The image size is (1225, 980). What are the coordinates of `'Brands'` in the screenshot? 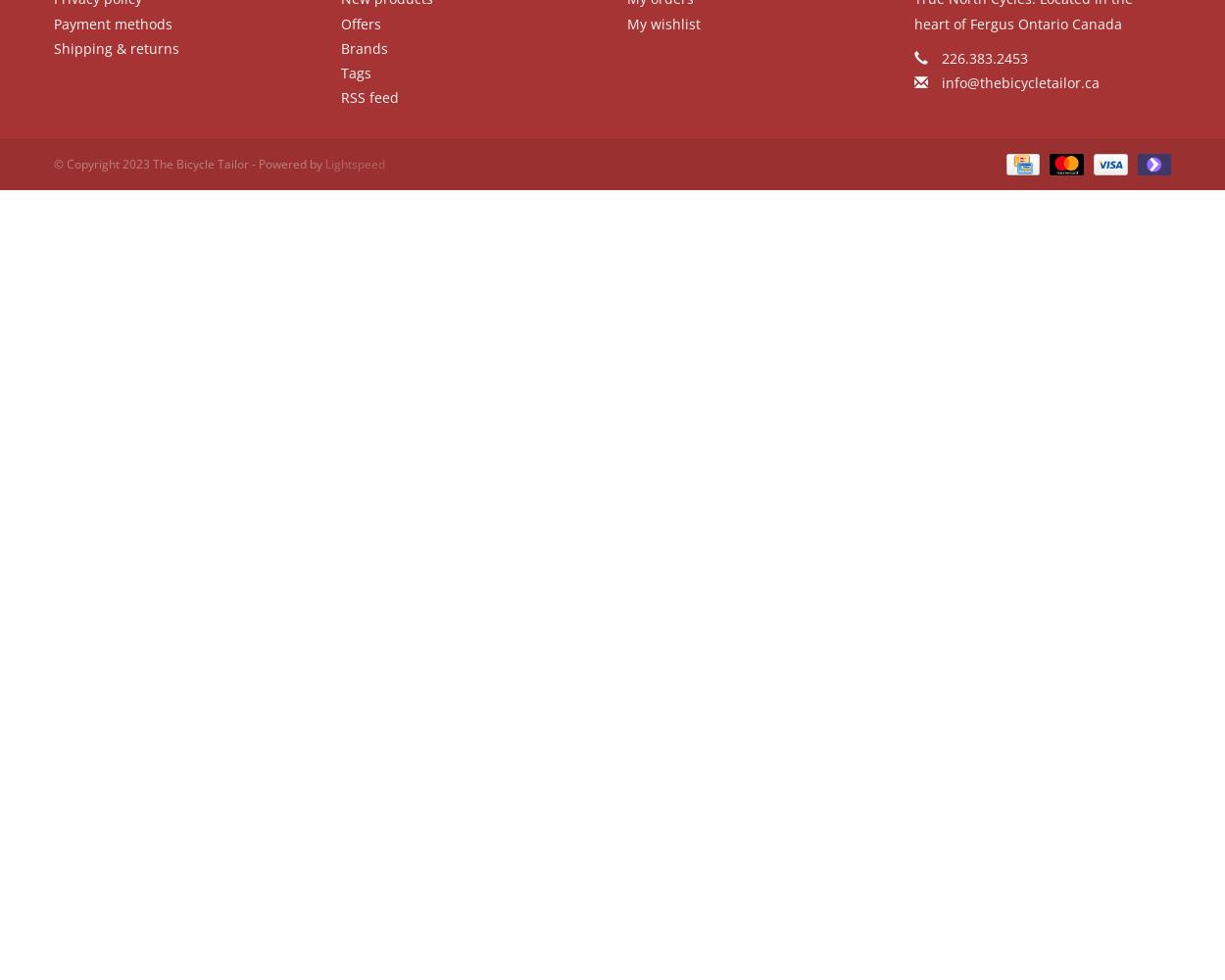 It's located at (363, 47).